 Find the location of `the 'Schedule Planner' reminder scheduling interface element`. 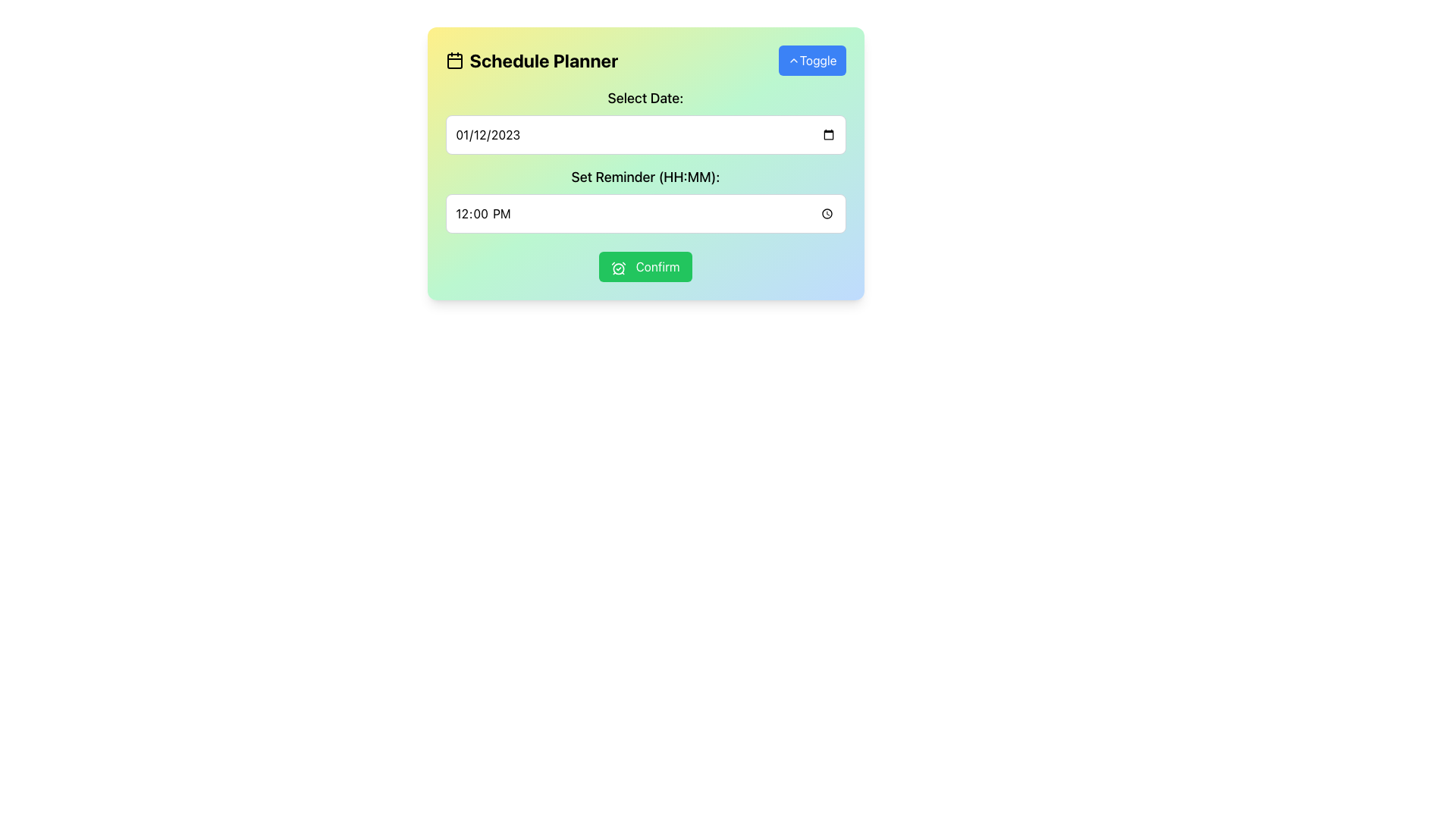

the 'Schedule Planner' reminder scheduling interface element is located at coordinates (645, 164).